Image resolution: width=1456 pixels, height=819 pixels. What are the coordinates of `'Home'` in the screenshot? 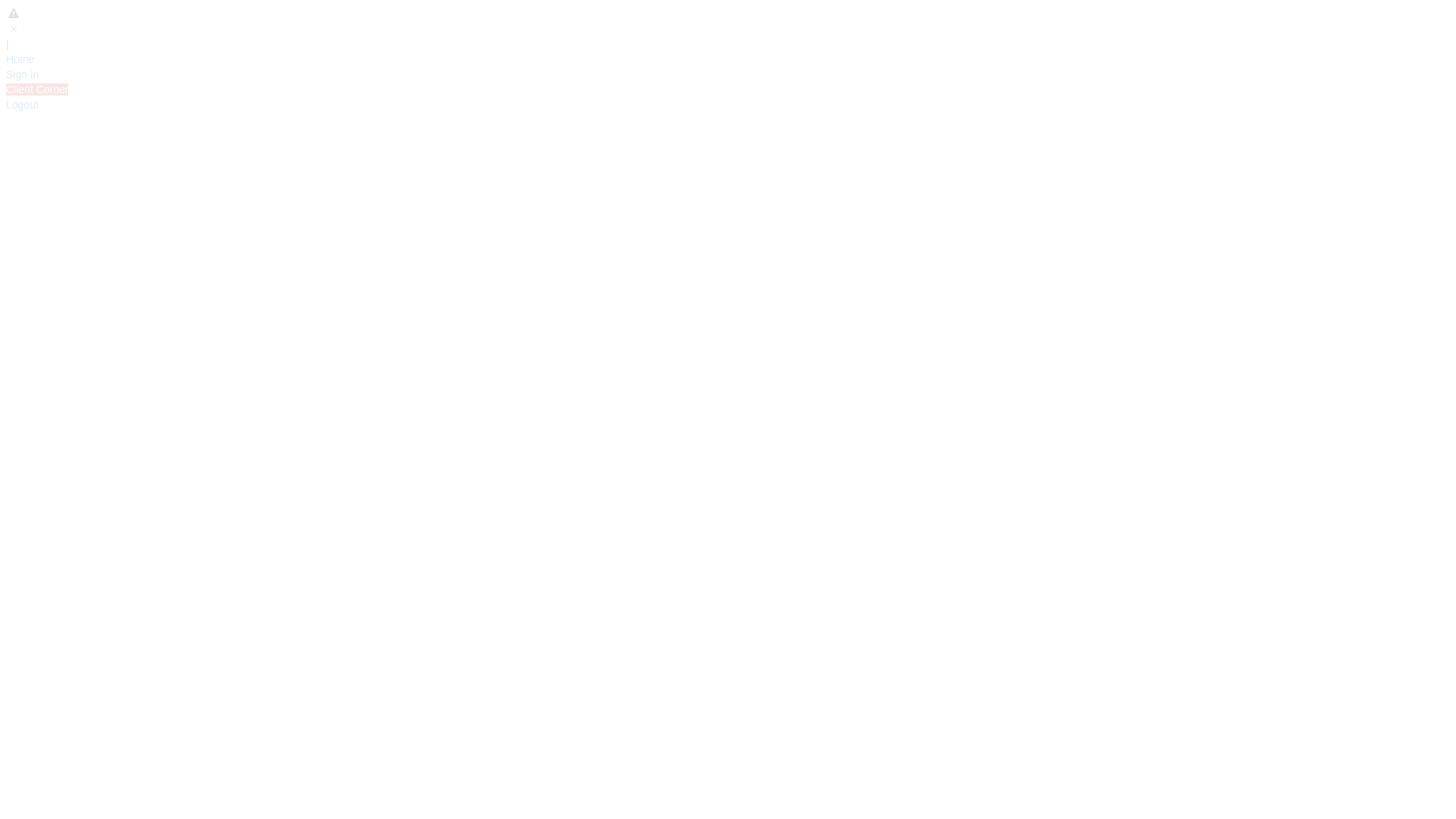 It's located at (20, 58).